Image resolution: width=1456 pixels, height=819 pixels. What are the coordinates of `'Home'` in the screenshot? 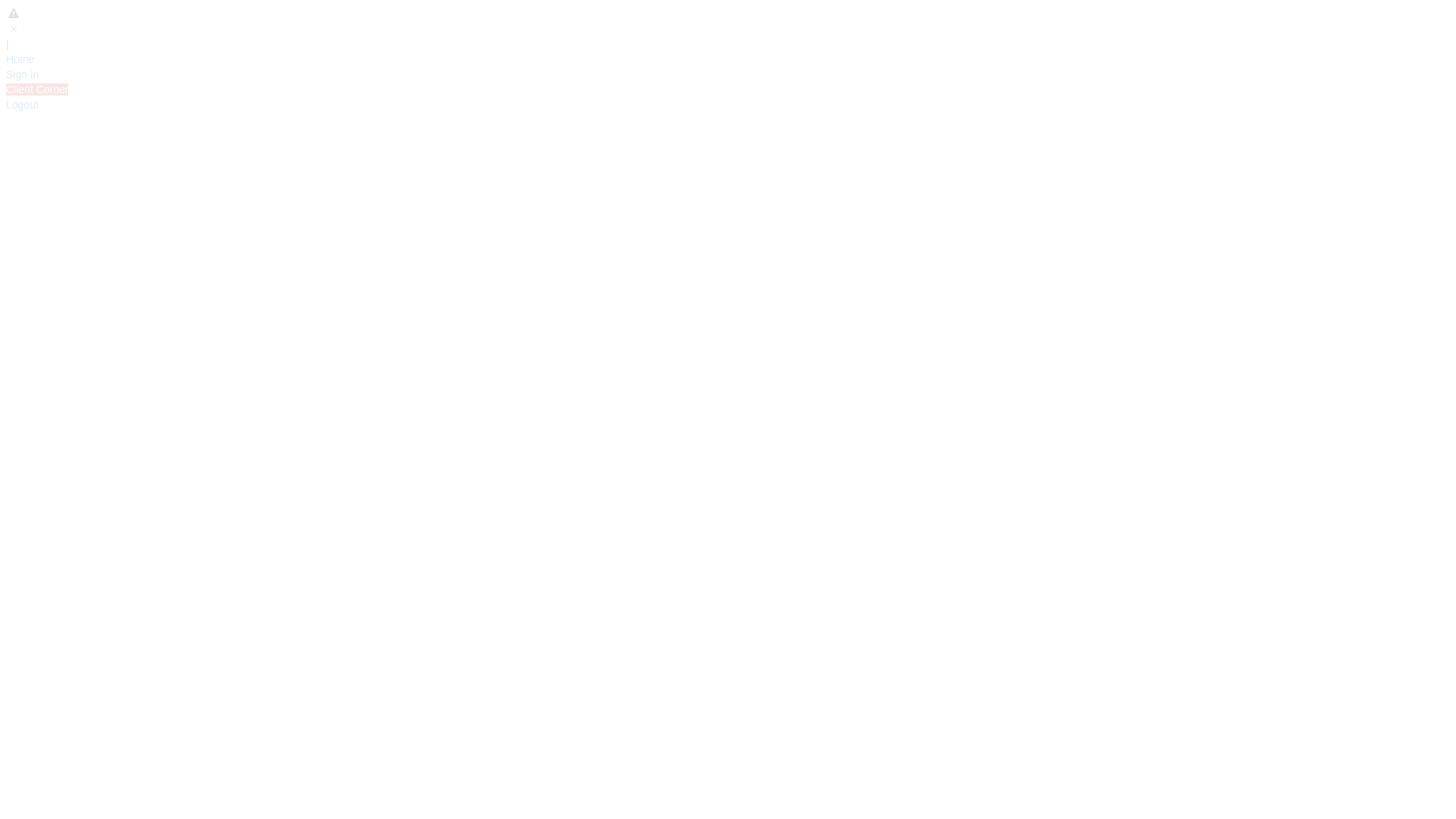 It's located at (20, 58).